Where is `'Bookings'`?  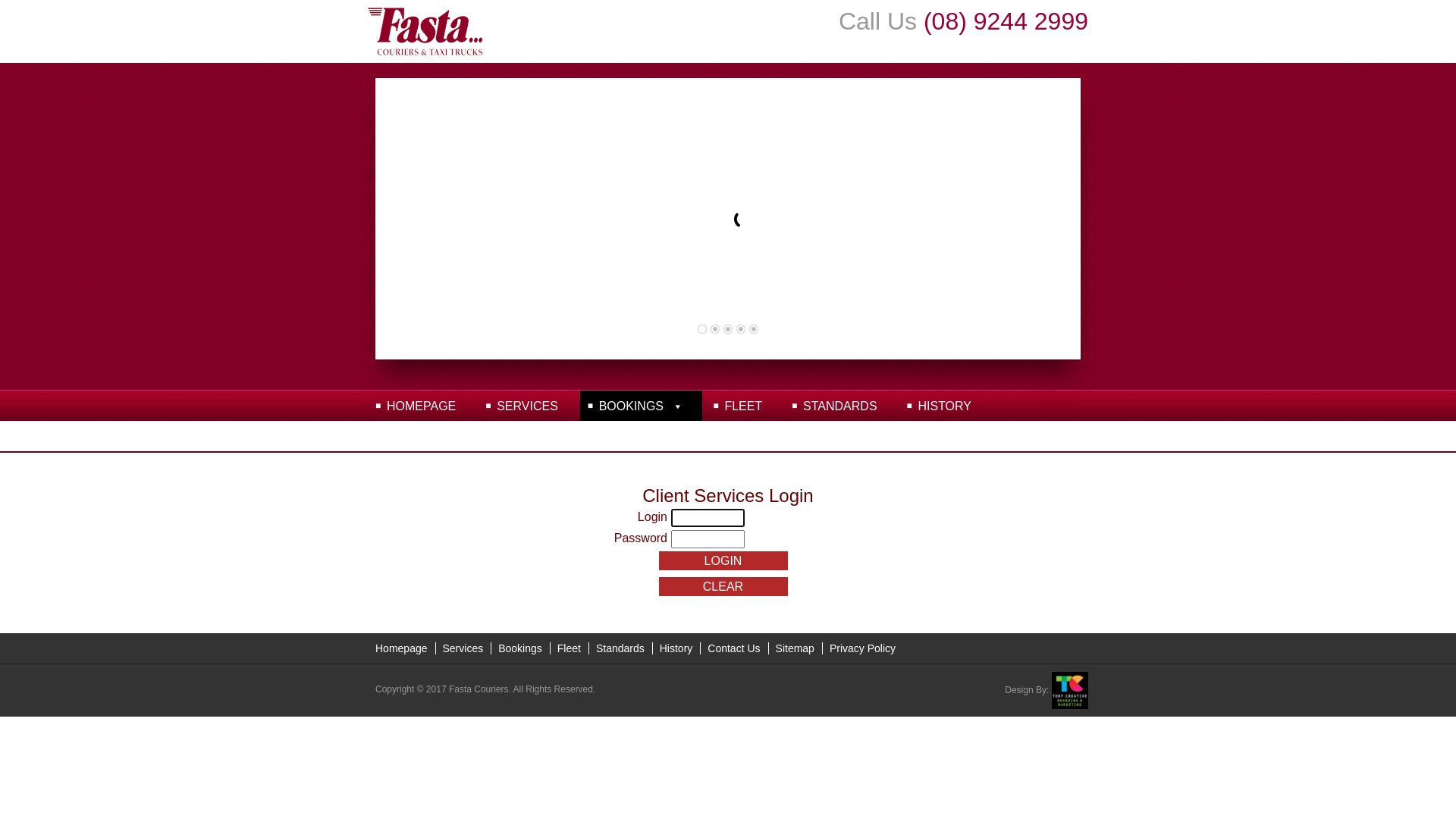
'Bookings' is located at coordinates (520, 648).